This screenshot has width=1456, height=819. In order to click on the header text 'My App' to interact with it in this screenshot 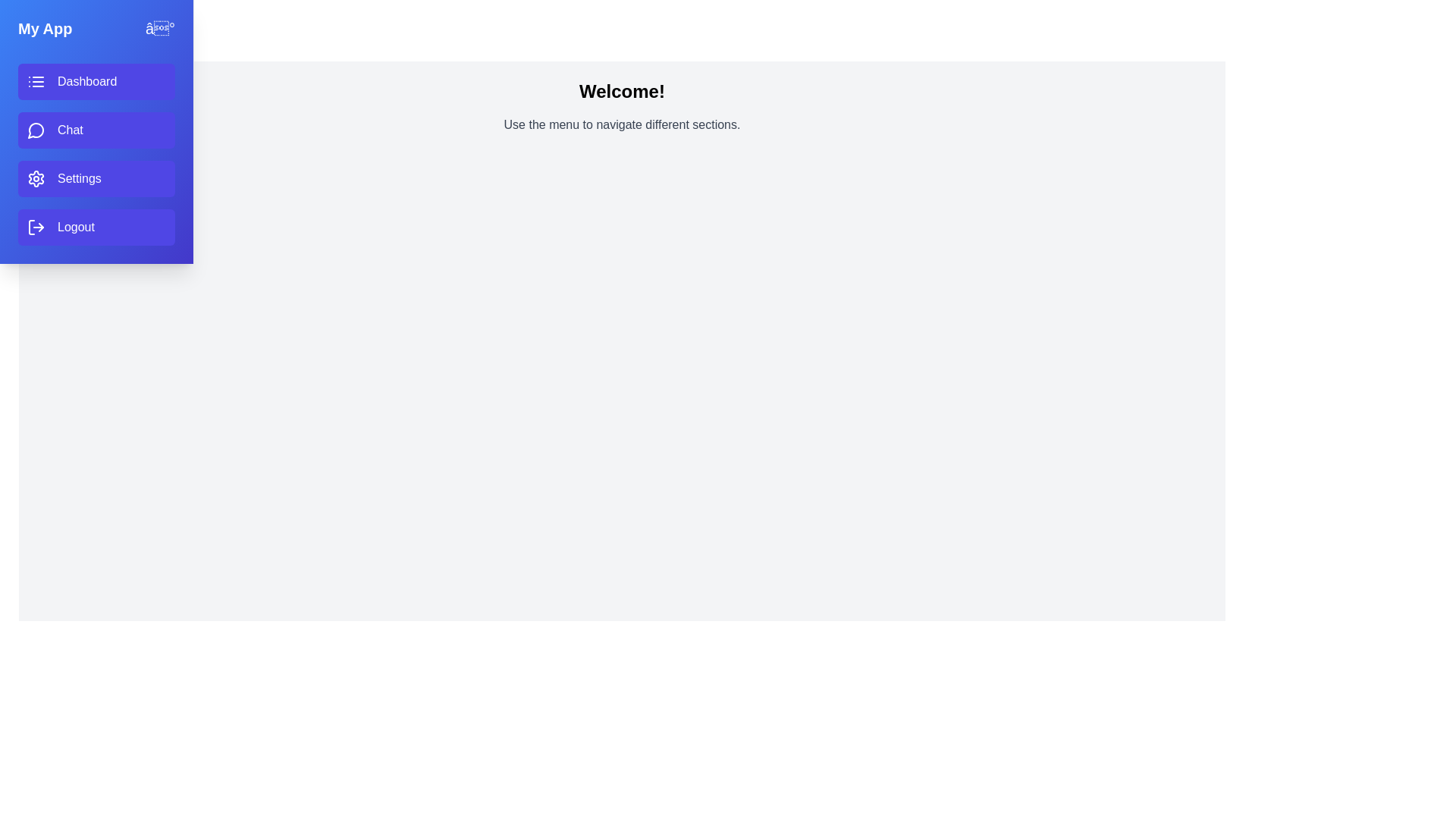, I will do `click(45, 29)`.